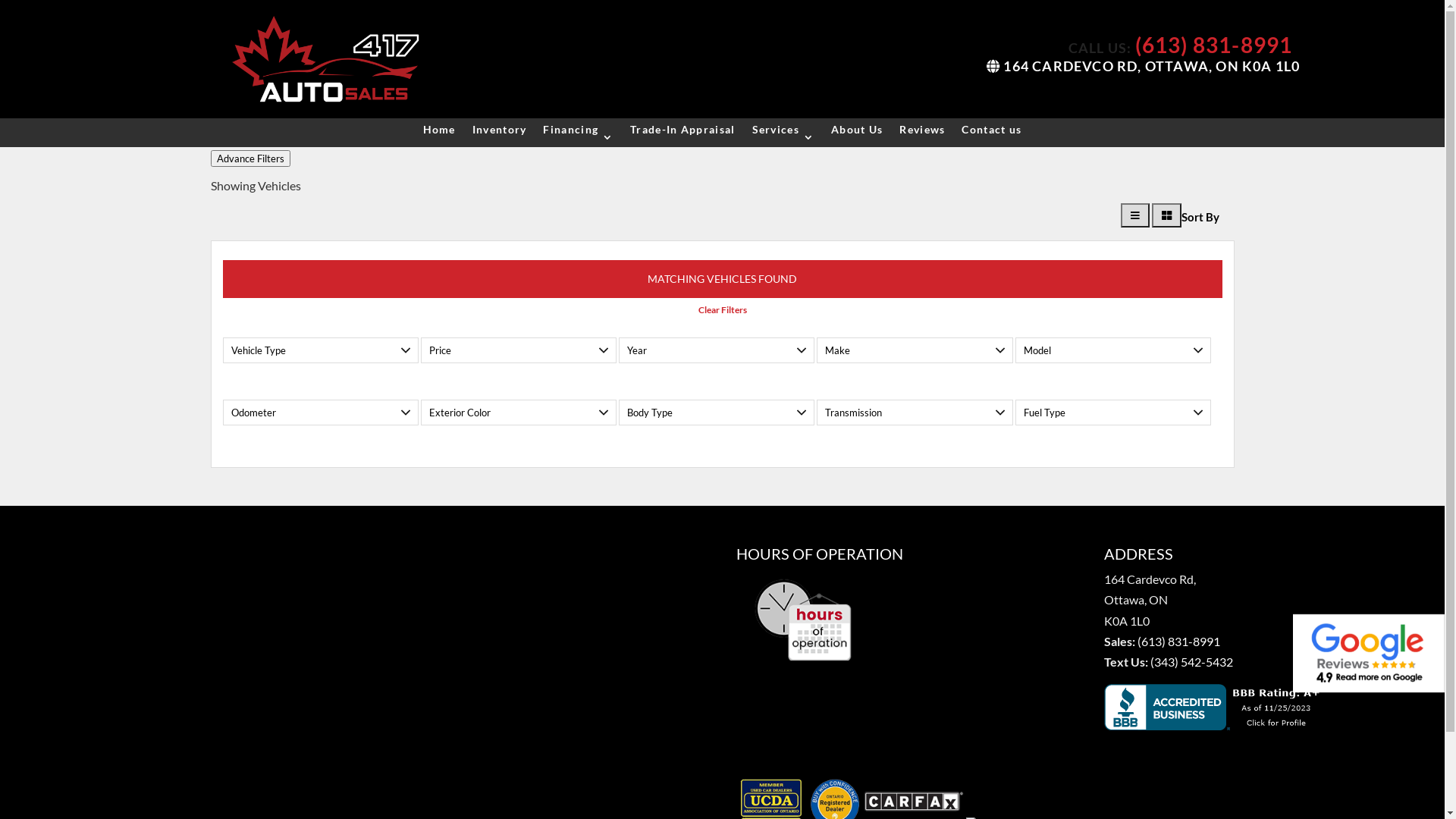  I want to click on 'web-logo', so click(229, 58).